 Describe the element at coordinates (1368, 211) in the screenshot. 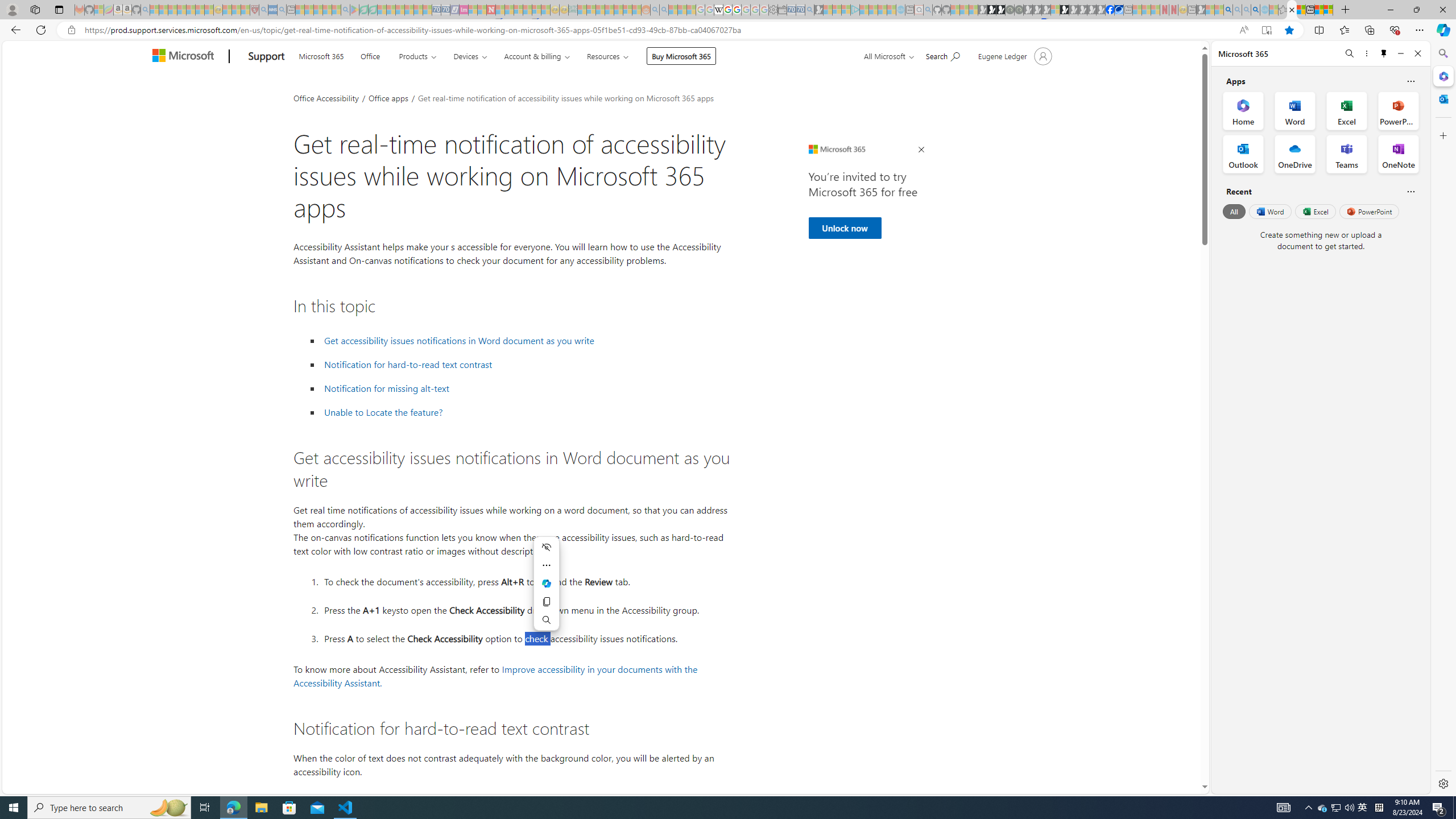

I see `'PowerPoint'` at that location.